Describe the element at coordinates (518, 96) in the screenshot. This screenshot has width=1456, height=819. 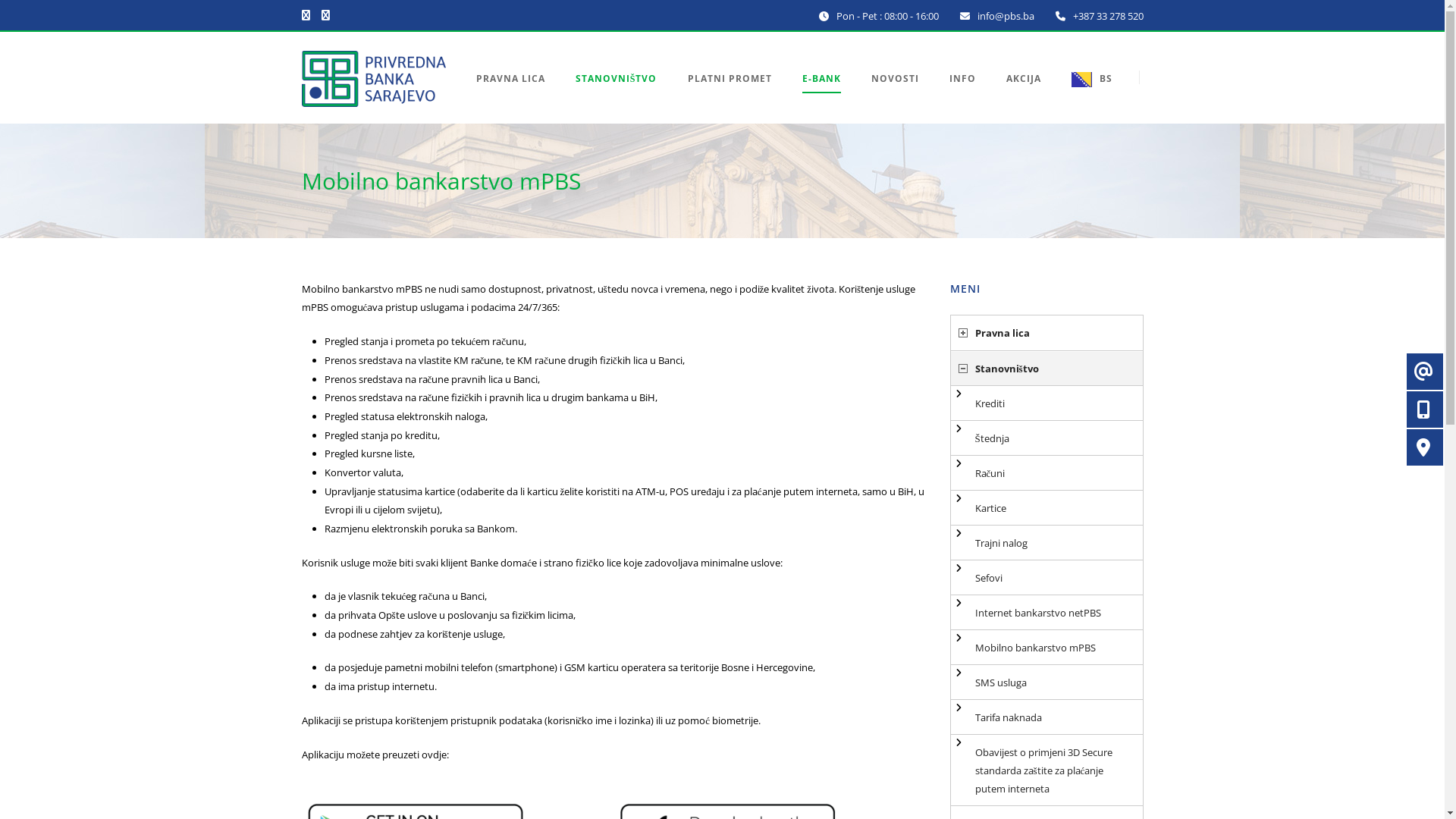
I see `'PRAVNA LICA'` at that location.